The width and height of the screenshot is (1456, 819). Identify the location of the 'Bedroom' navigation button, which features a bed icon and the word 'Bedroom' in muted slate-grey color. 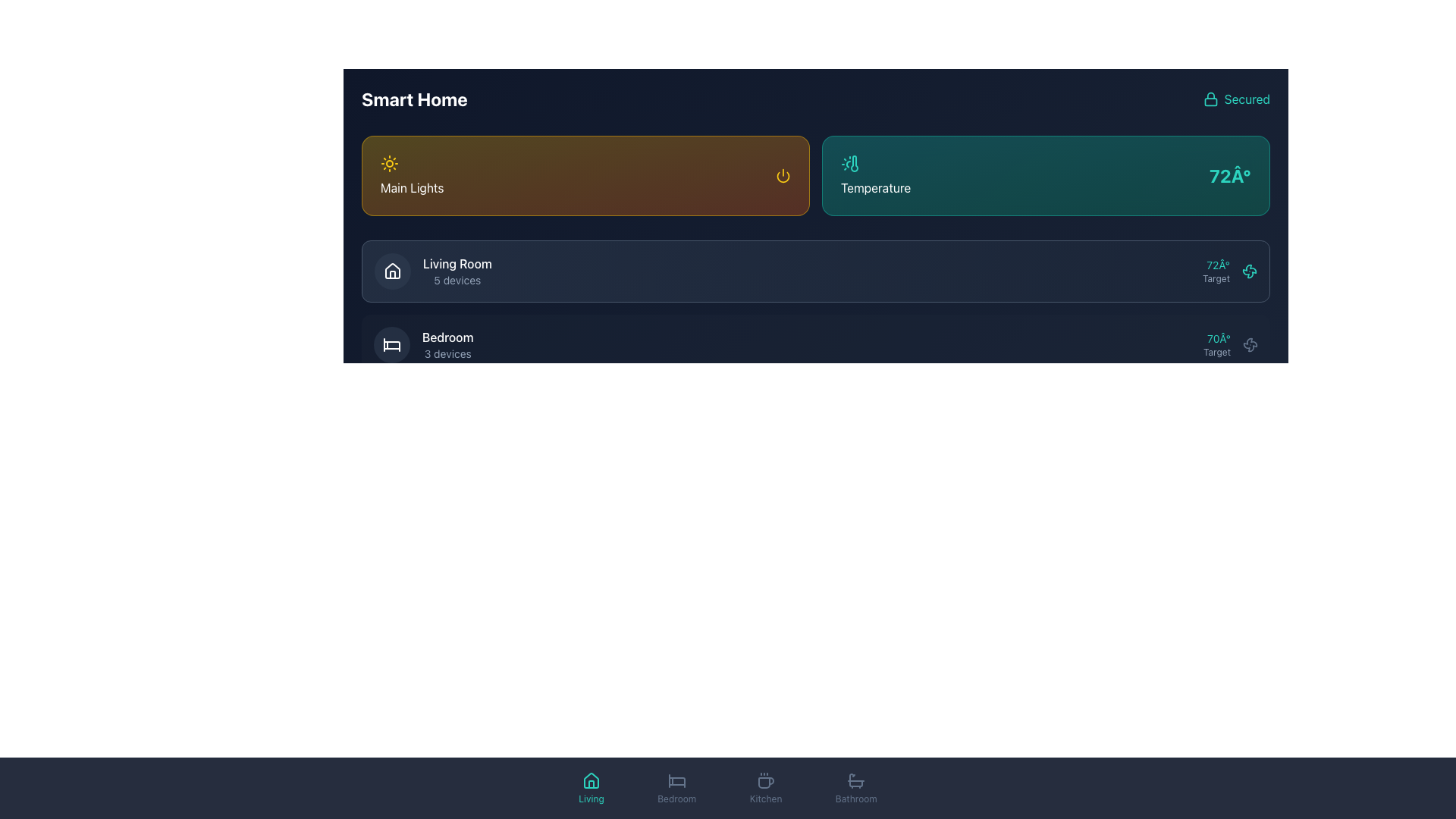
(676, 788).